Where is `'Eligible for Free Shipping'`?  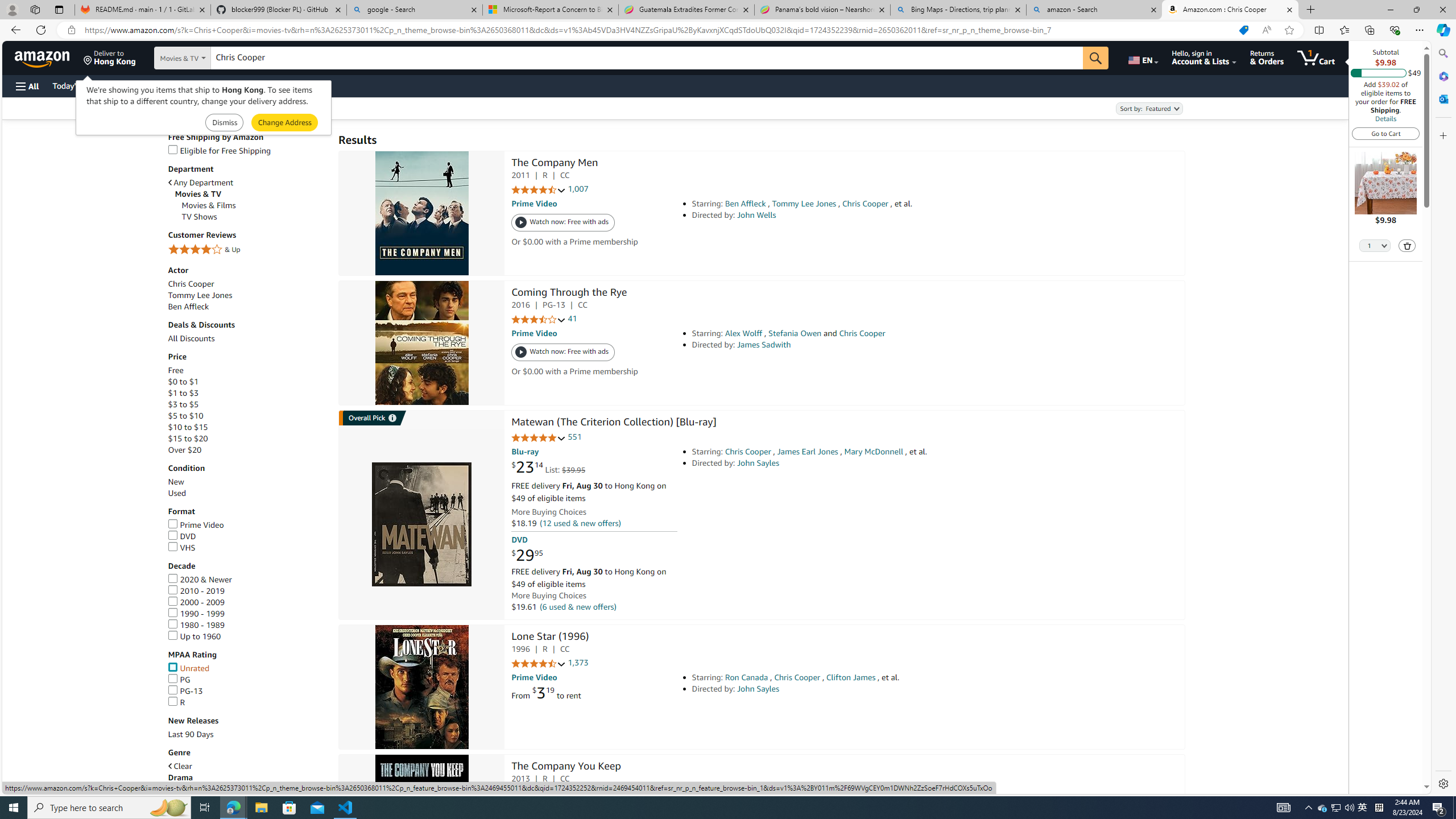 'Eligible for Free Shipping' is located at coordinates (247, 150).